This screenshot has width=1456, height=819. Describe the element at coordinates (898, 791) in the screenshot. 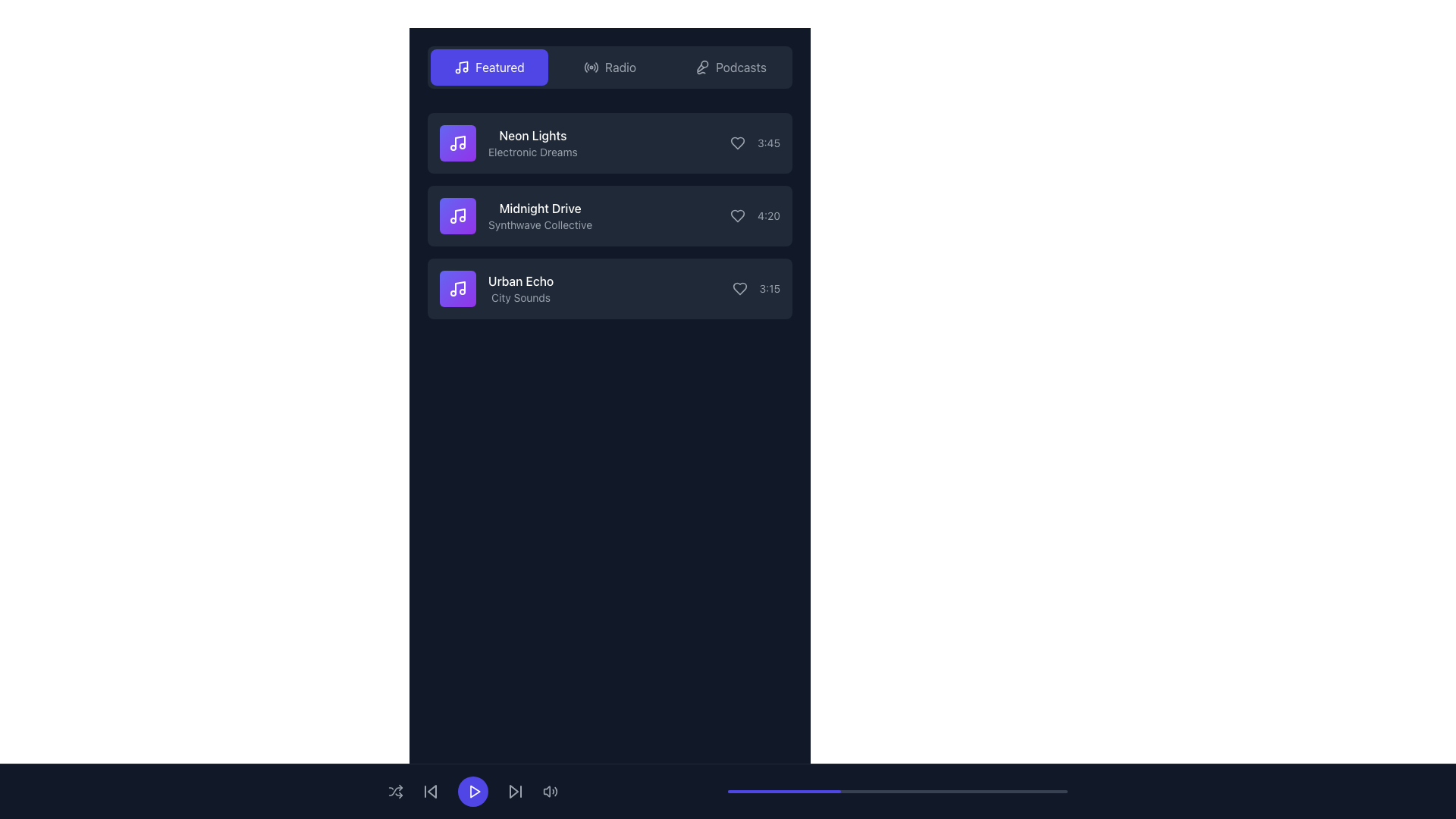

I see `the horizontal progress bar located at the bottom of the interface, characterized by its dark gray background and rounded edges` at that location.